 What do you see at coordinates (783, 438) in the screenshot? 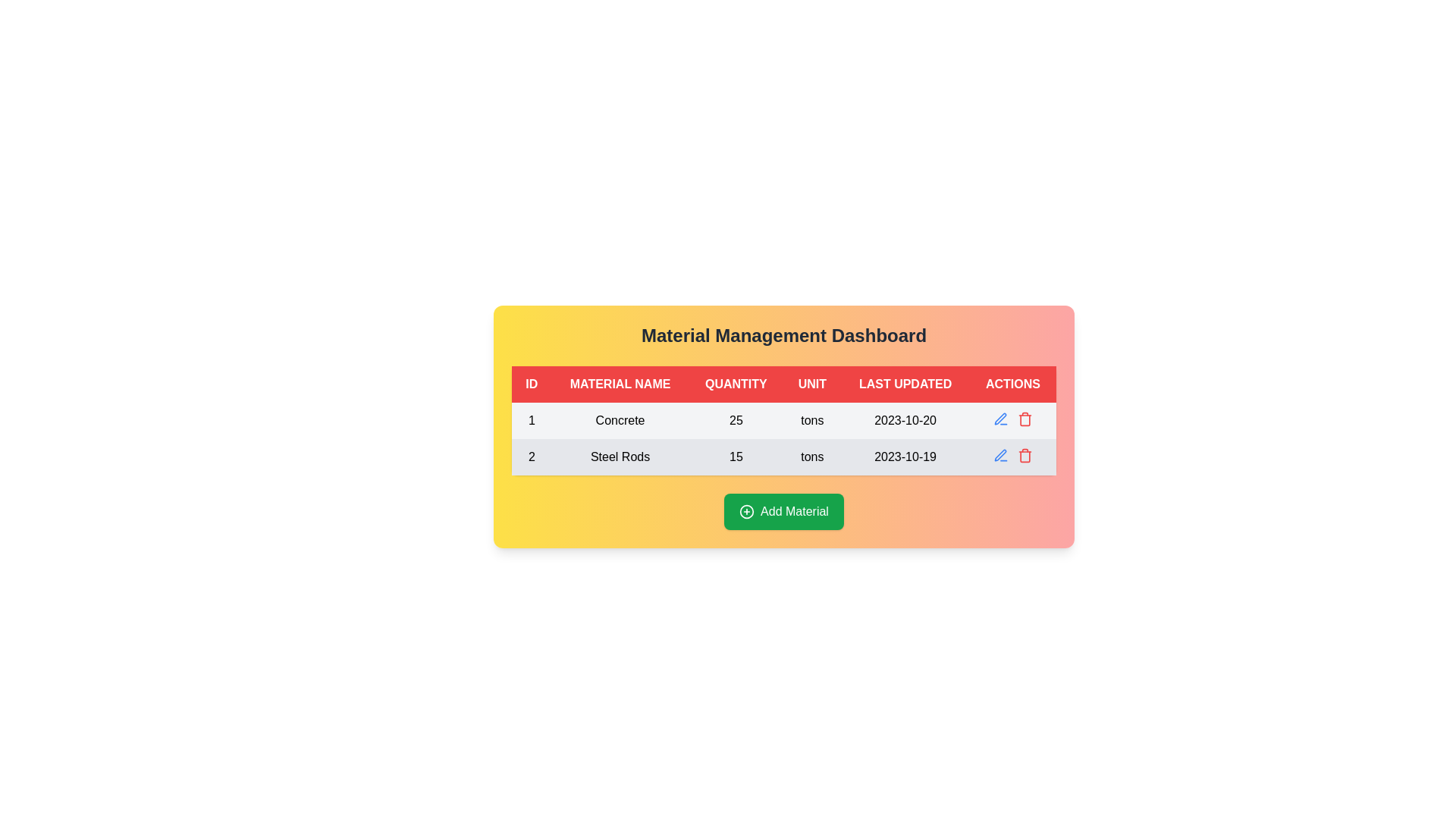
I see `the first table row in the material management dashboard that displays details about the material, including its name, quantity, unit, and last updated date` at bounding box center [783, 438].